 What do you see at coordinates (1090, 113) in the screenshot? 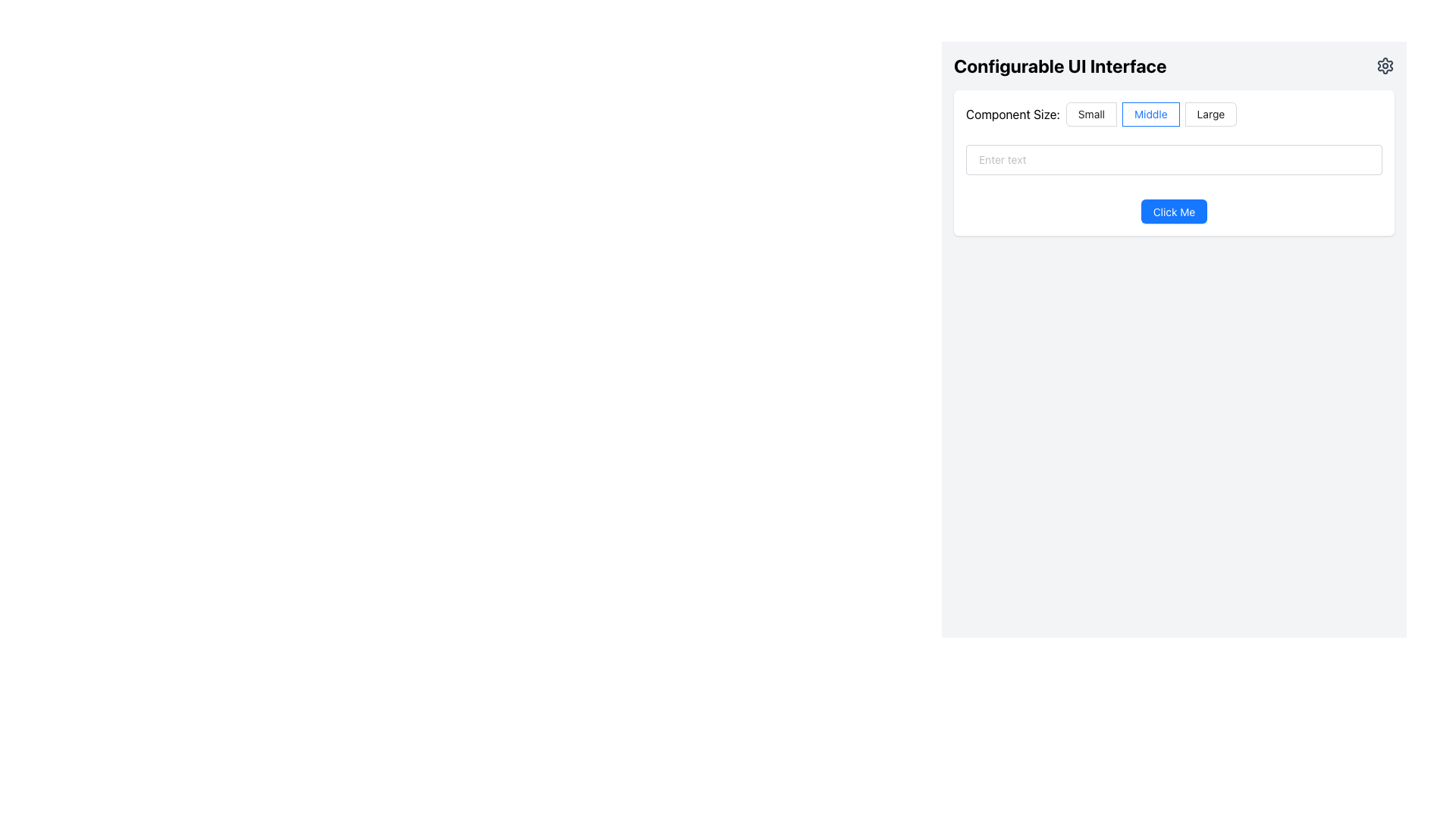
I see `the 'Small' radio button label in the 'Component Size' group, which is the first option among three choices` at bounding box center [1090, 113].